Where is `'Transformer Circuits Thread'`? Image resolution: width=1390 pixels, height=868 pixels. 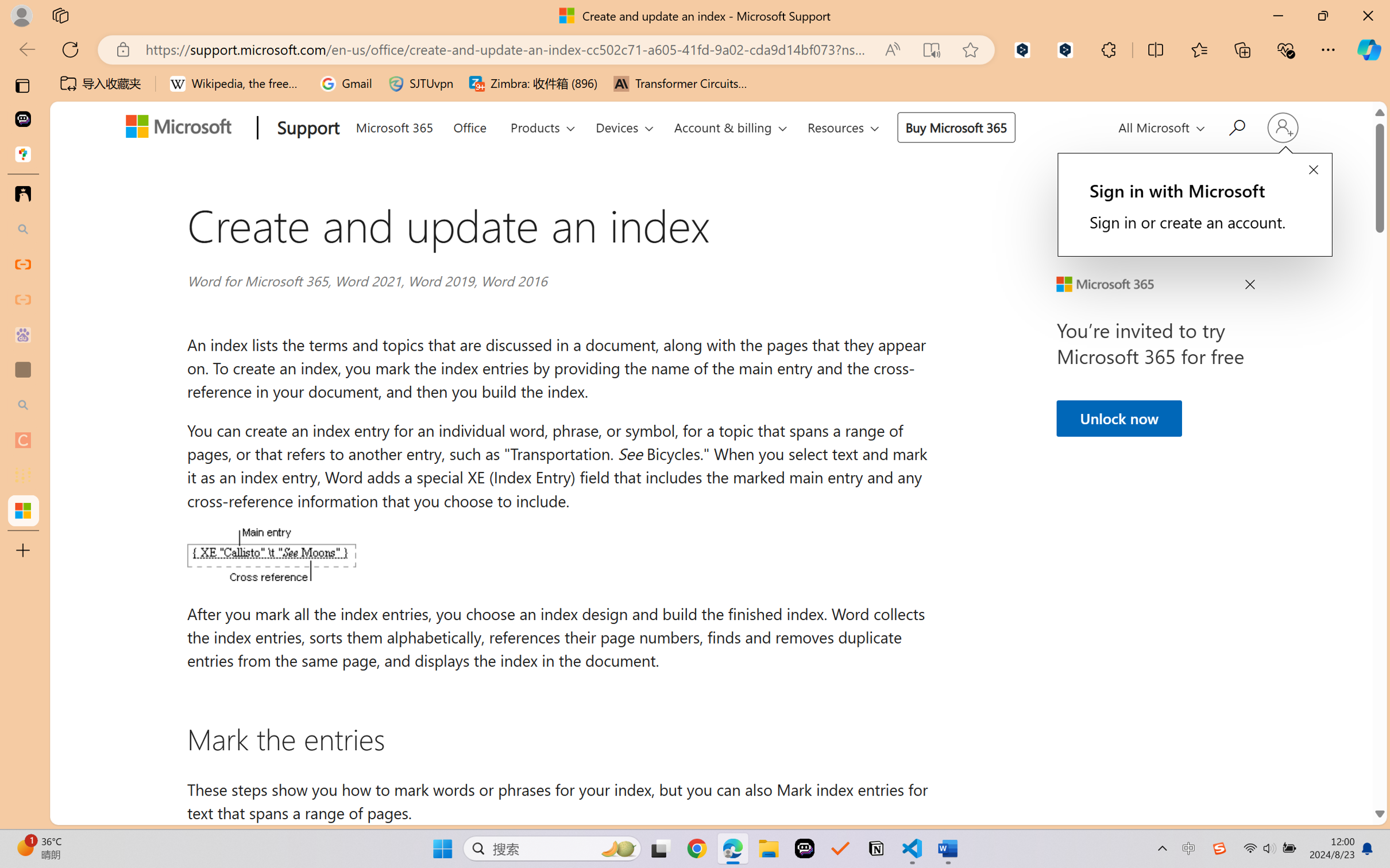 'Transformer Circuits Thread' is located at coordinates (680, 83).